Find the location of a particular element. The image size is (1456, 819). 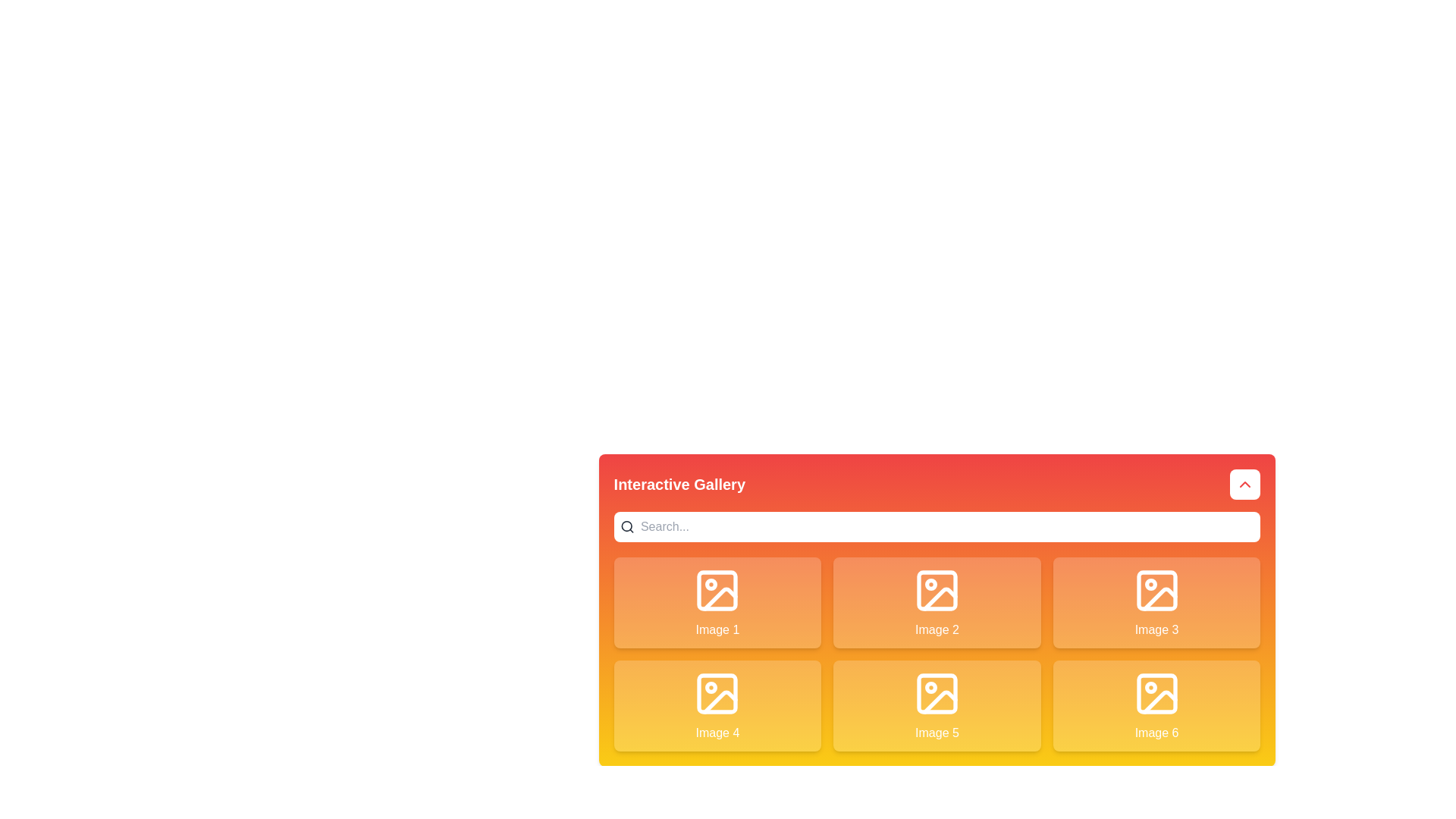

the non-interactive SVG circle element, which is a small decorative circle within the 'Image 2' card in the second position of the top row in a grid layout is located at coordinates (930, 584).